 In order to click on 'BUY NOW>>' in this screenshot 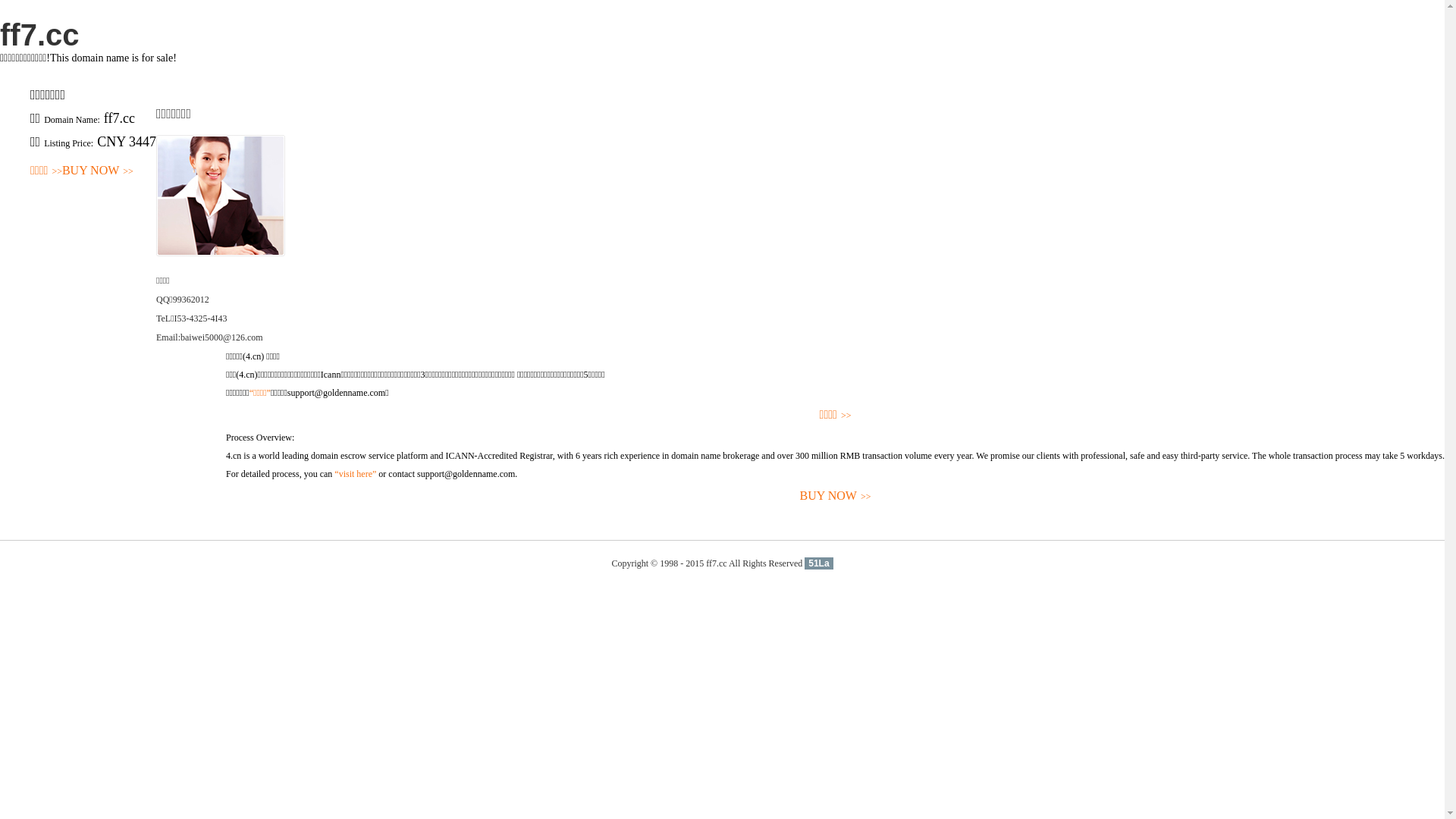, I will do `click(97, 171)`.